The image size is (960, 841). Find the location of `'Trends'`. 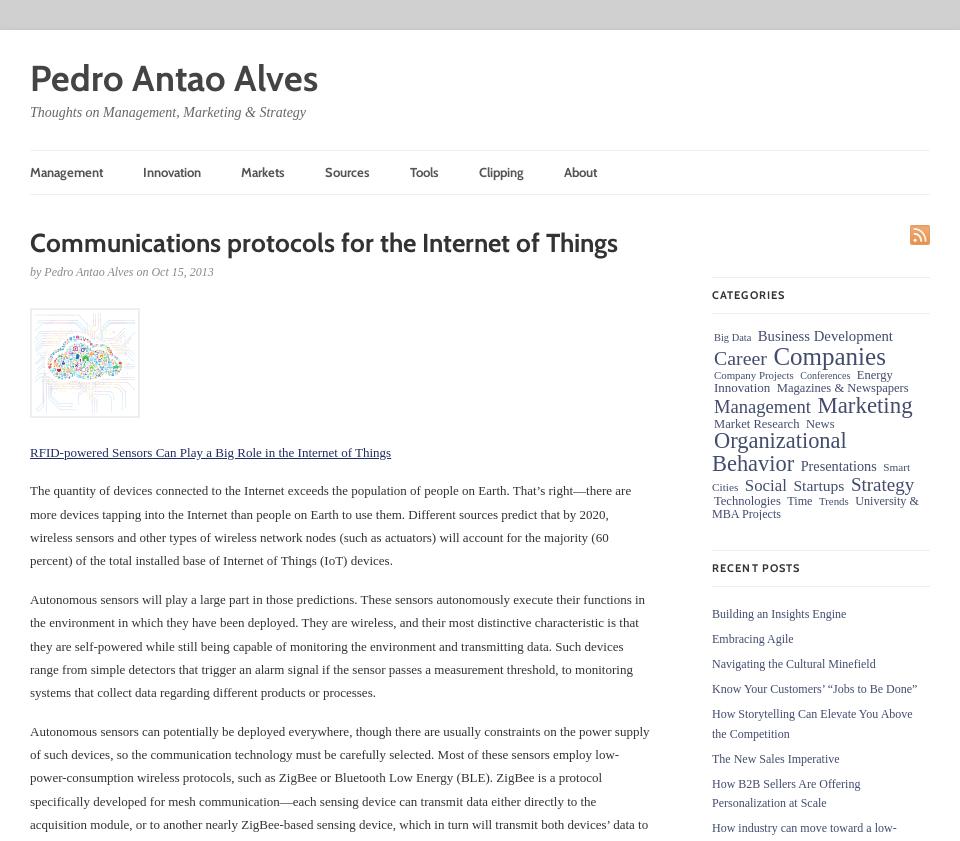

'Trends' is located at coordinates (832, 500).